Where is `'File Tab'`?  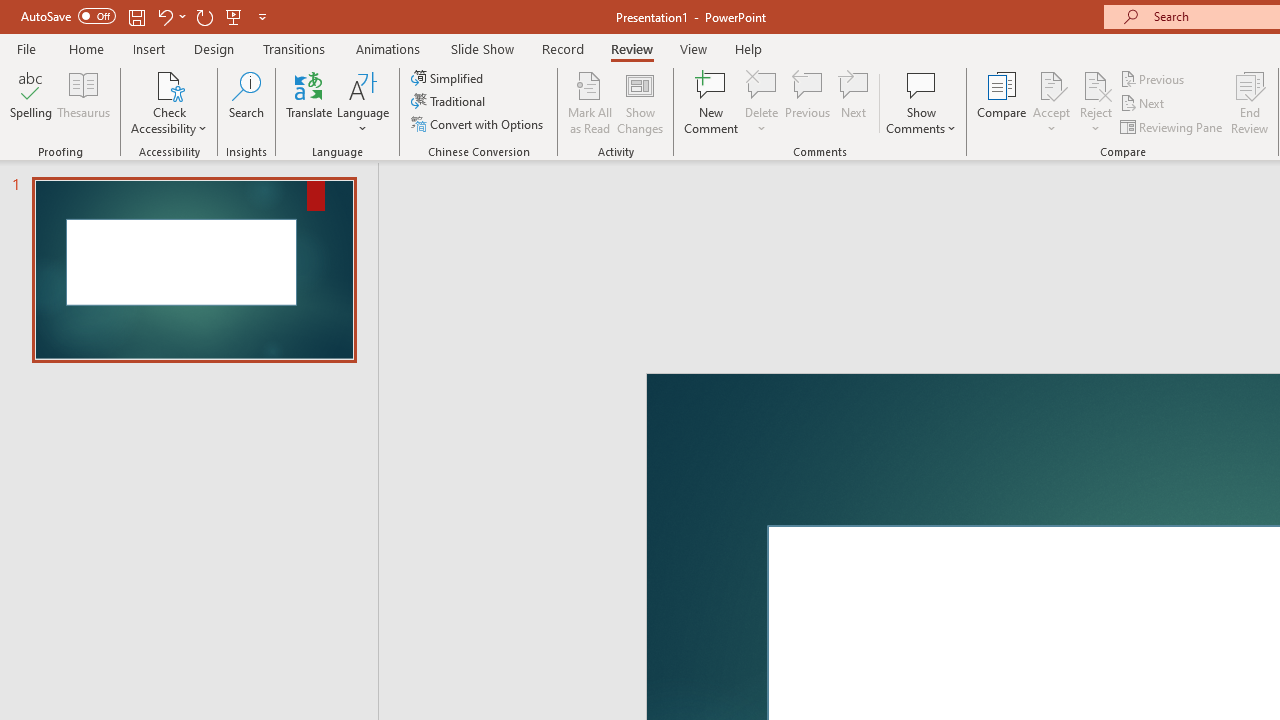 'File Tab' is located at coordinates (26, 47).